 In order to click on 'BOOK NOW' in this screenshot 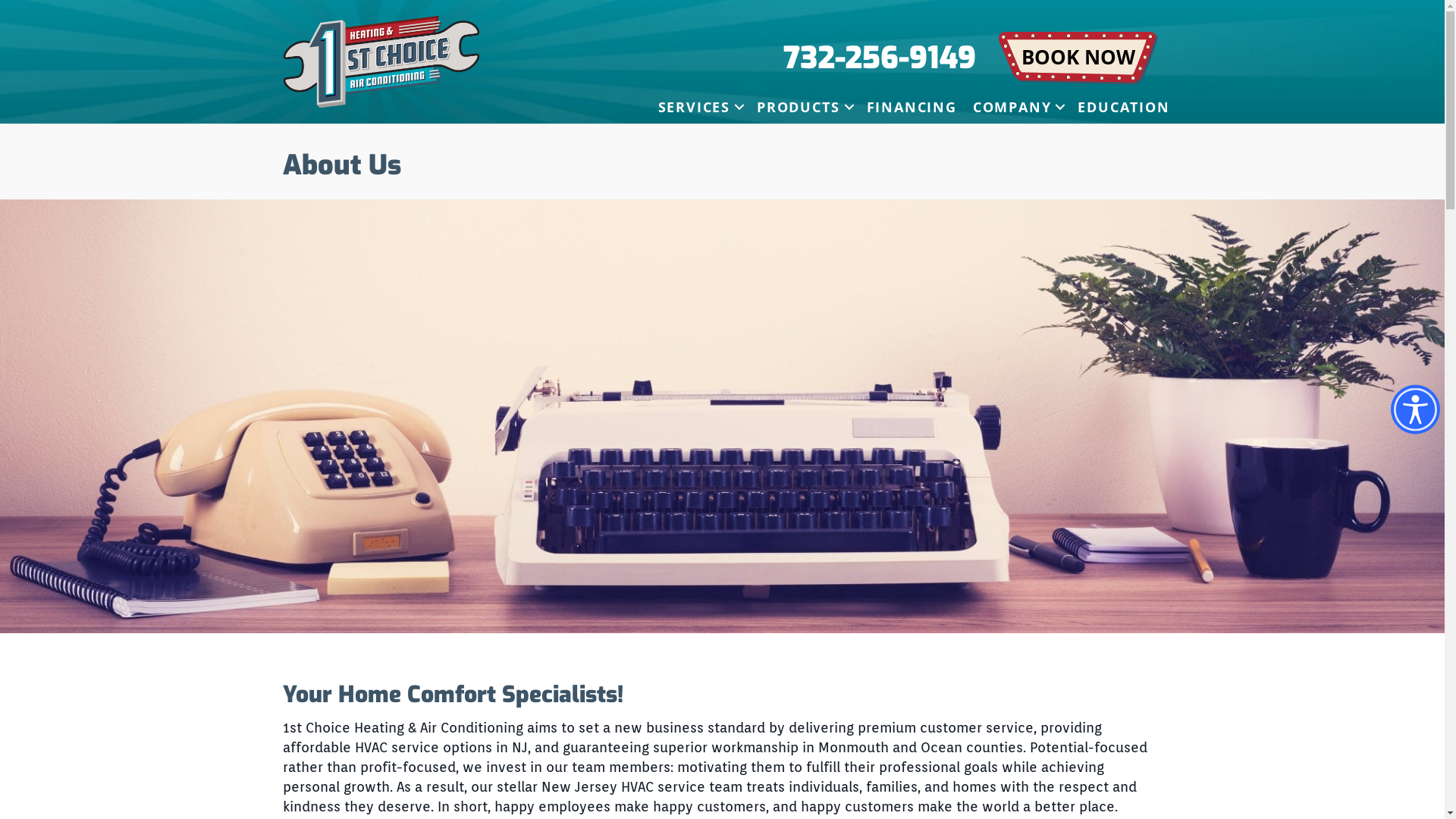, I will do `click(1077, 58)`.